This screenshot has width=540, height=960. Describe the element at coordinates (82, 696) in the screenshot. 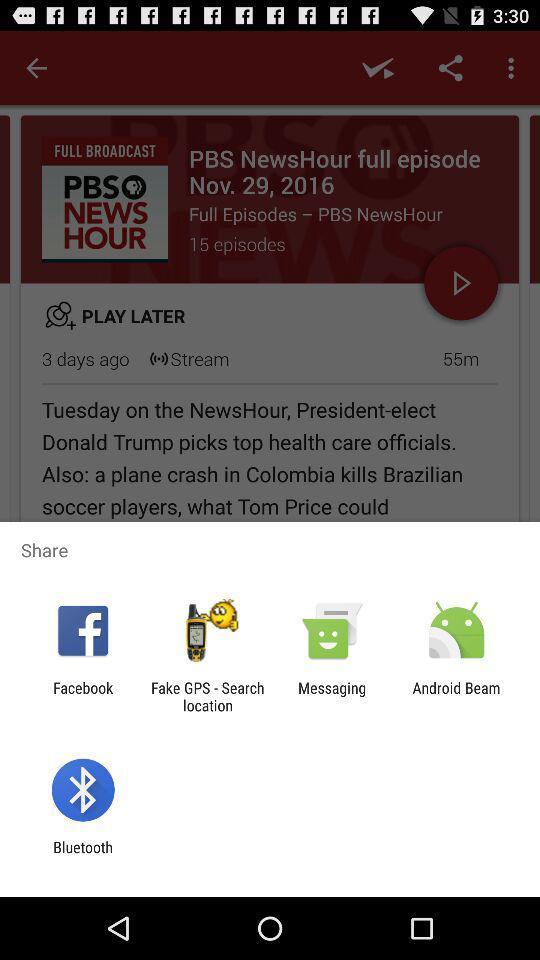

I see `facebook` at that location.